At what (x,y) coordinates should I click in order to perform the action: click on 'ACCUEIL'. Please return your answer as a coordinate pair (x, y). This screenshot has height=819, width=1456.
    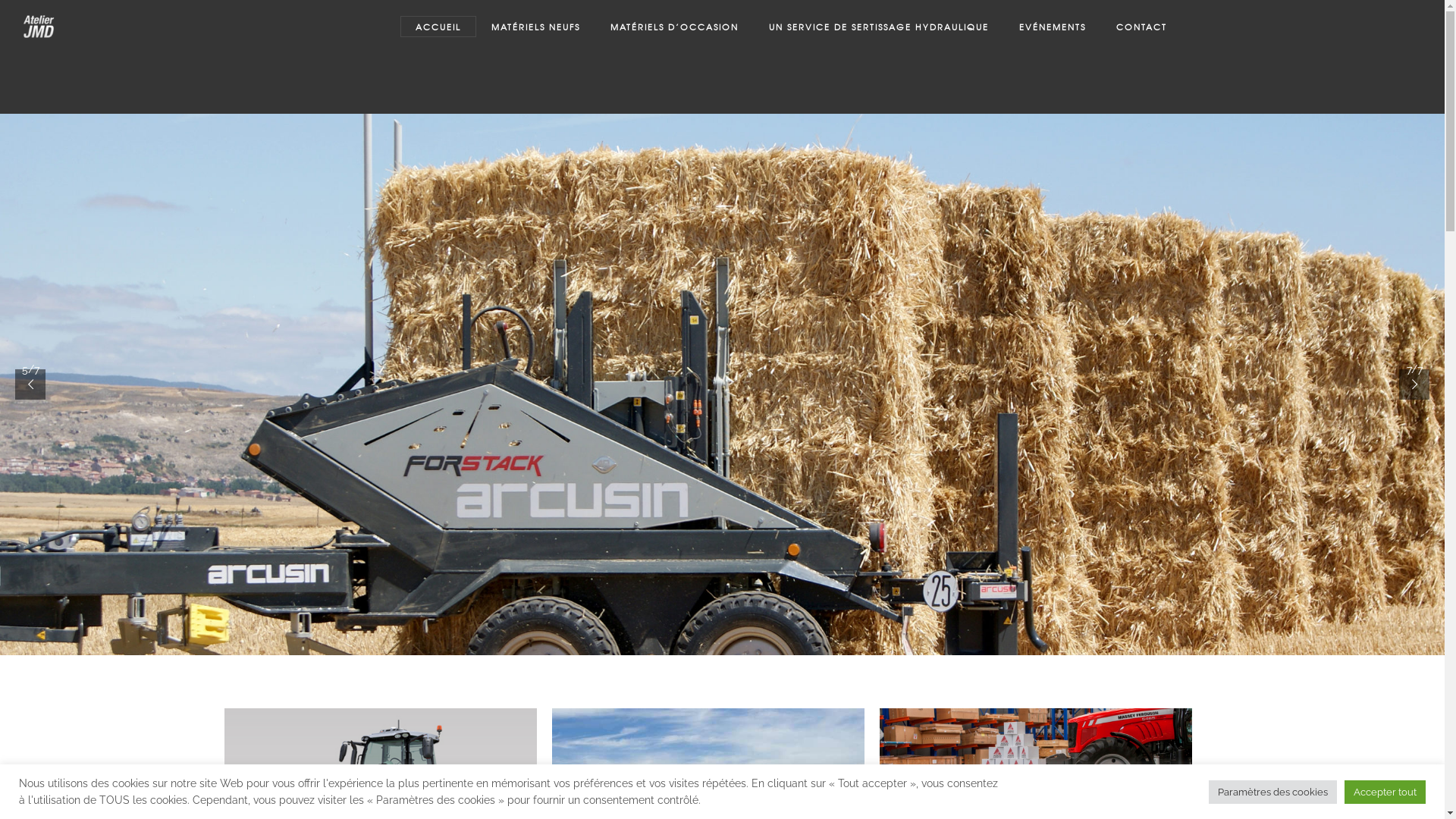
    Looking at the image, I should click on (437, 26).